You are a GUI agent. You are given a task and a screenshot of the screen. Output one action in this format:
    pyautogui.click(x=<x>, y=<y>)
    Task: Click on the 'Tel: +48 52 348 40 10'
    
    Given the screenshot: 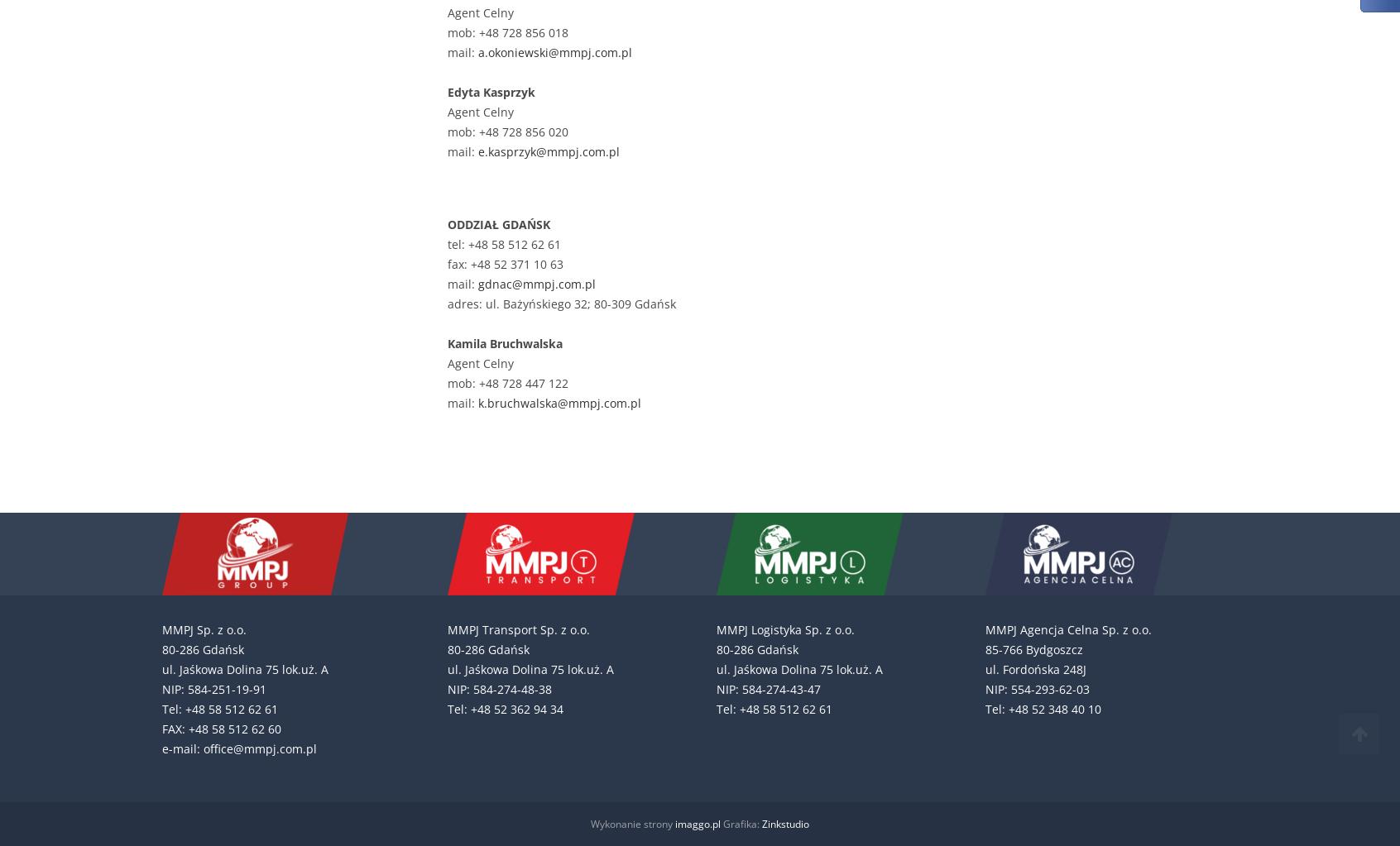 What is the action you would take?
    pyautogui.click(x=1043, y=708)
    